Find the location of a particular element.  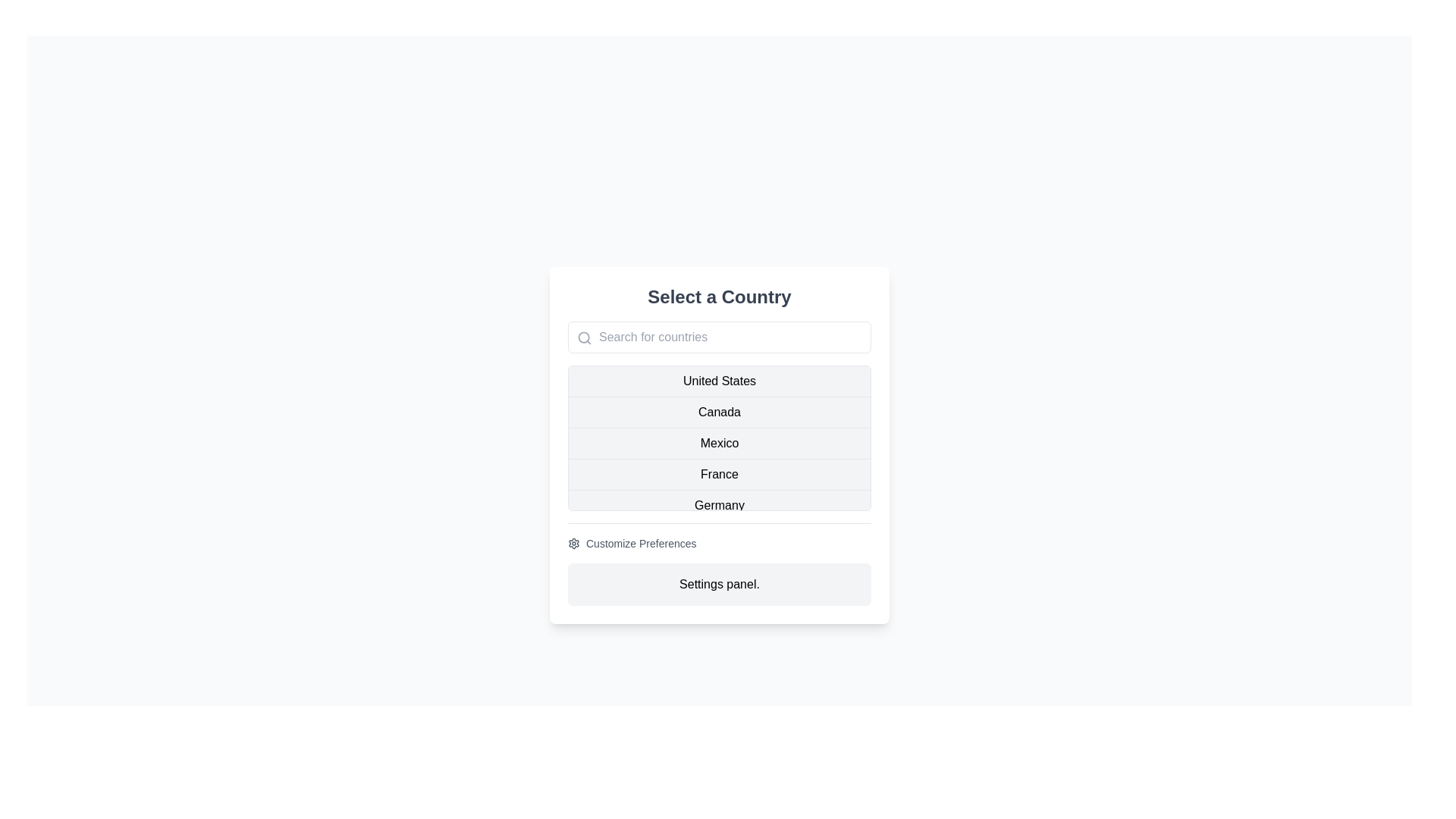

the third item in the list, which contains the text 'Mexico' is located at coordinates (719, 442).